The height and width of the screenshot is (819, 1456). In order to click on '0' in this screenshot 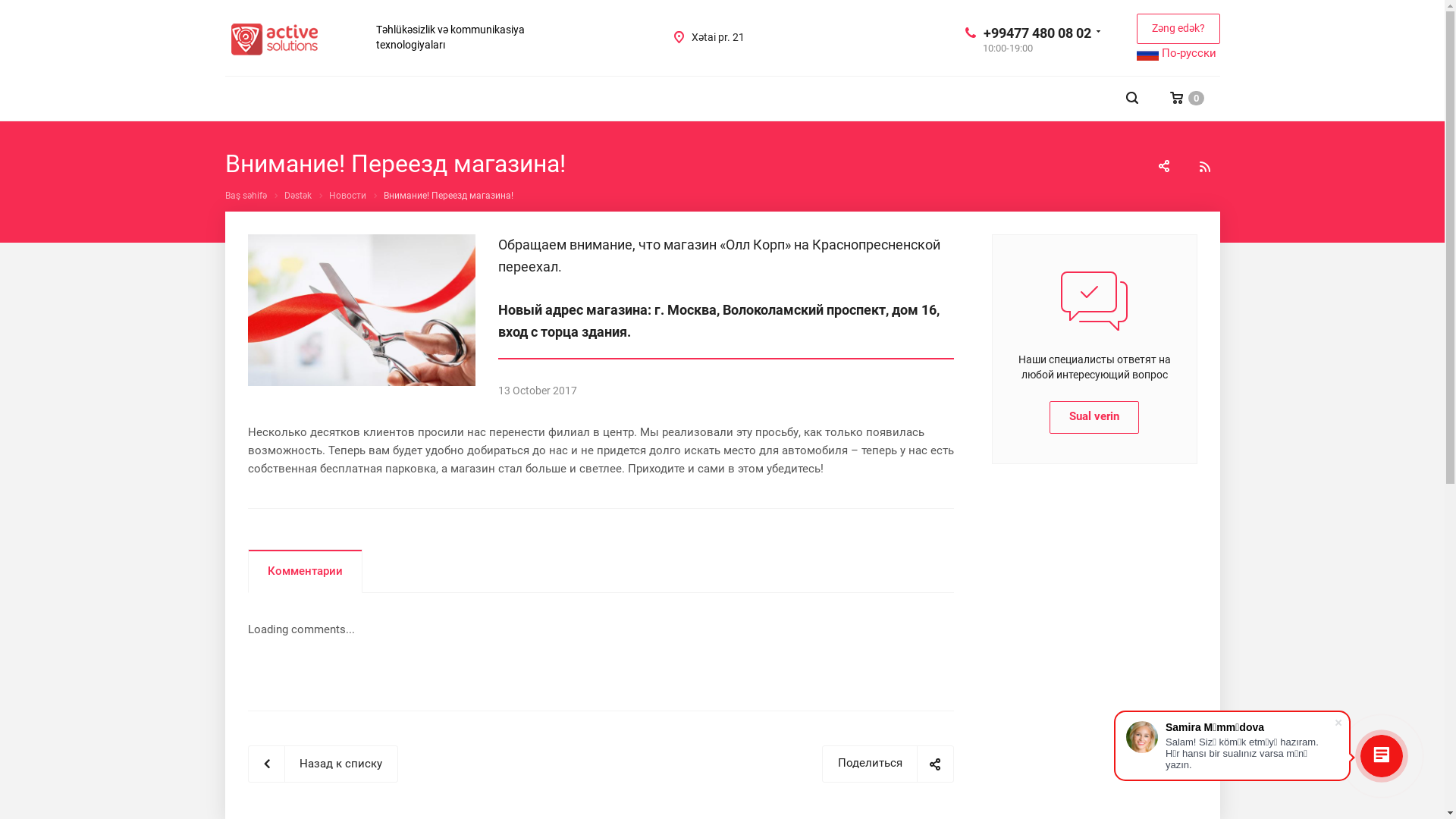, I will do `click(1186, 98)`.